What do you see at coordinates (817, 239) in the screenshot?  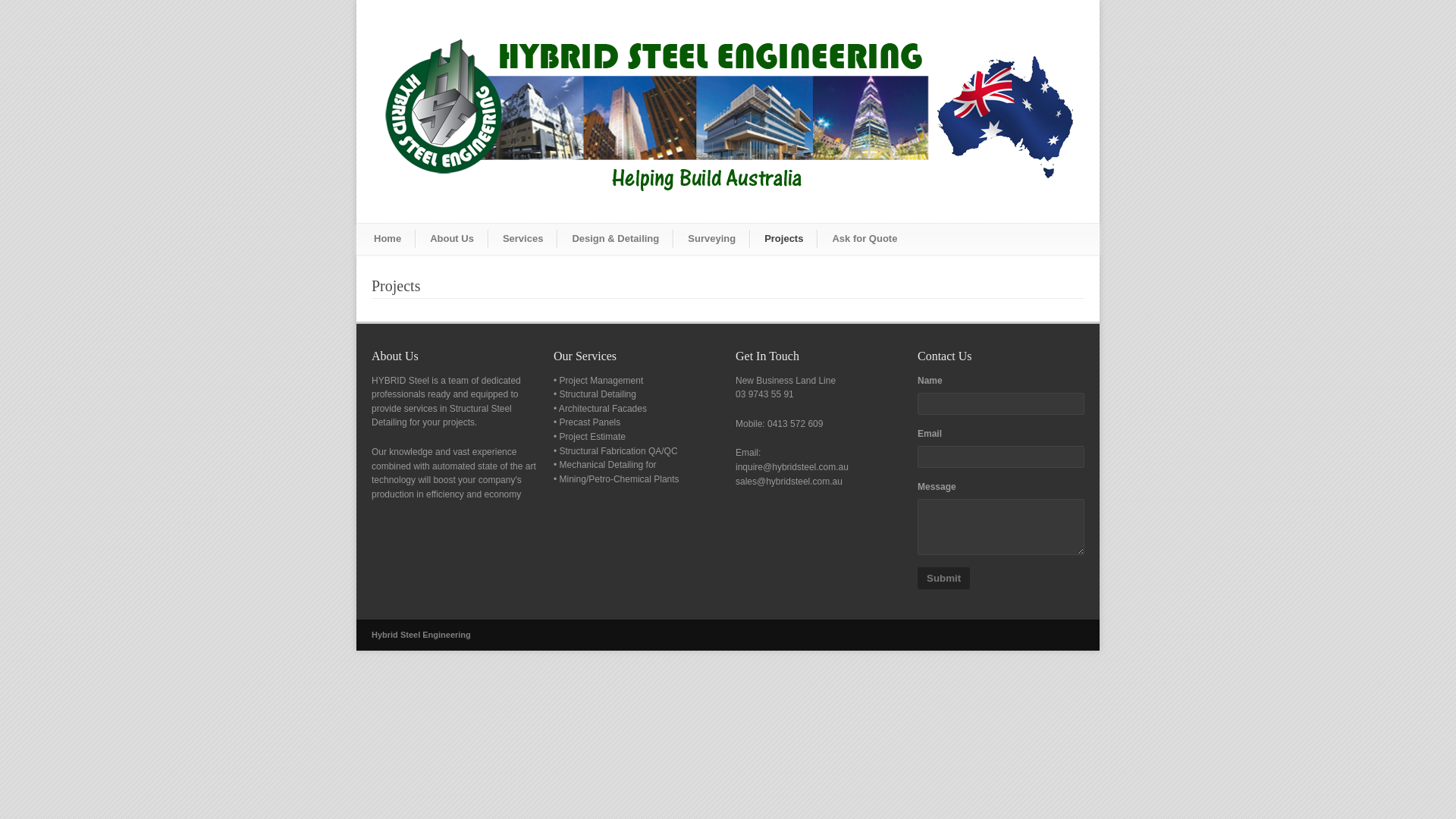 I see `'Ask for Quote'` at bounding box center [817, 239].